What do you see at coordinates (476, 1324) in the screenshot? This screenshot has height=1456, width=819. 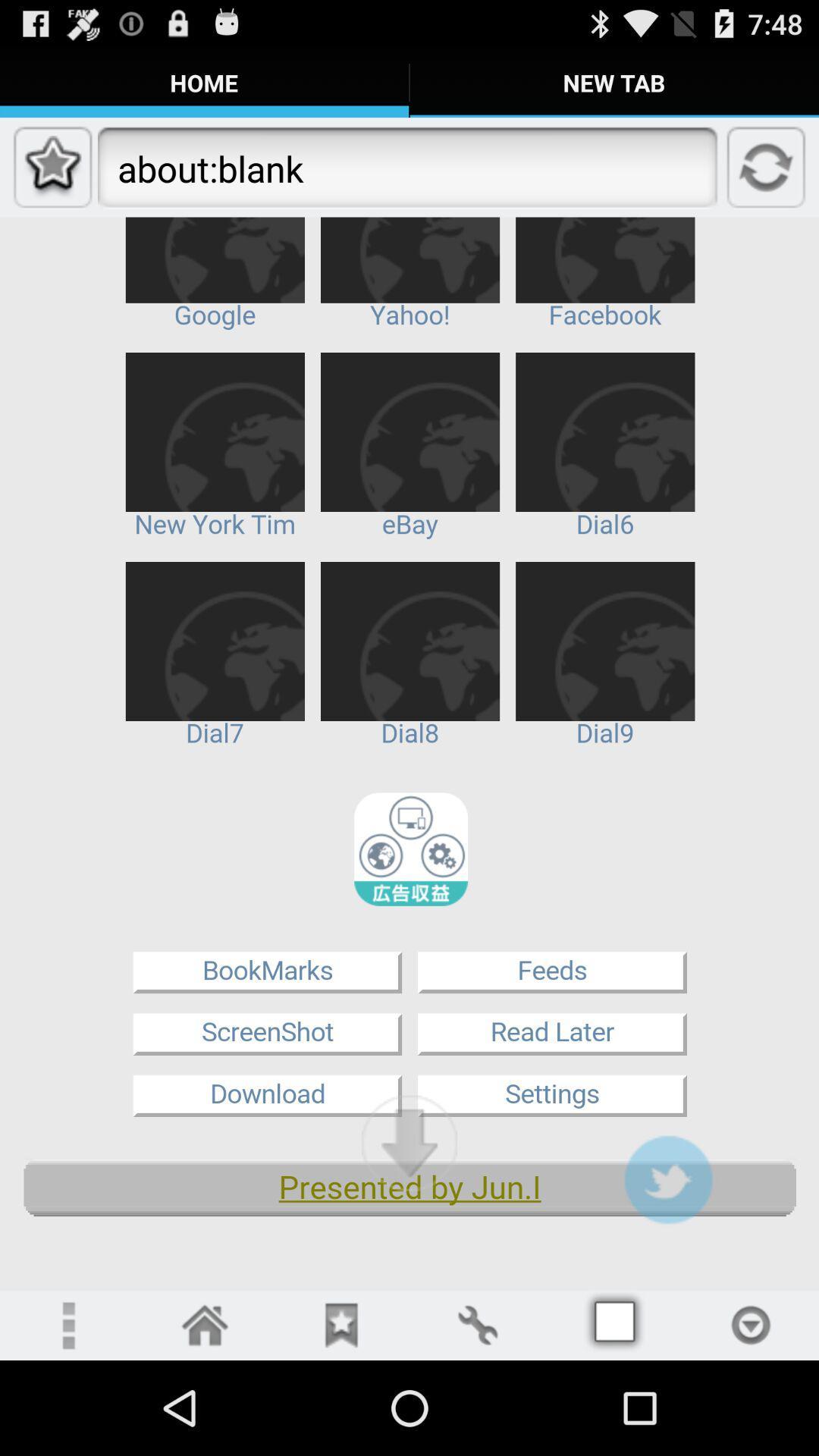 I see `setting` at bounding box center [476, 1324].